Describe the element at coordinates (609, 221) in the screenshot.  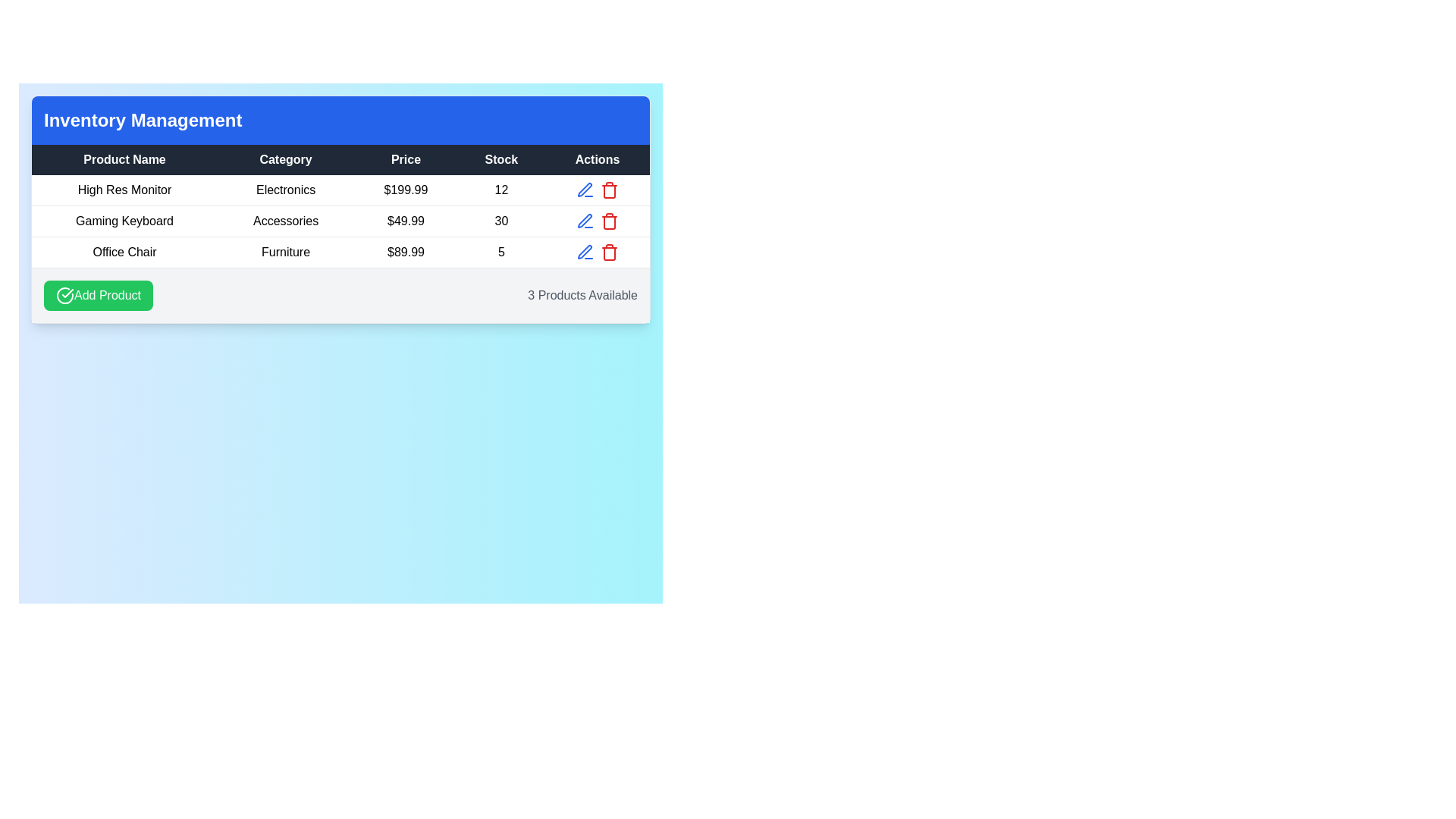
I see `the delete button (trash bin icon) in the second row of the table for the product 'Gaming Keyboard'` at that location.